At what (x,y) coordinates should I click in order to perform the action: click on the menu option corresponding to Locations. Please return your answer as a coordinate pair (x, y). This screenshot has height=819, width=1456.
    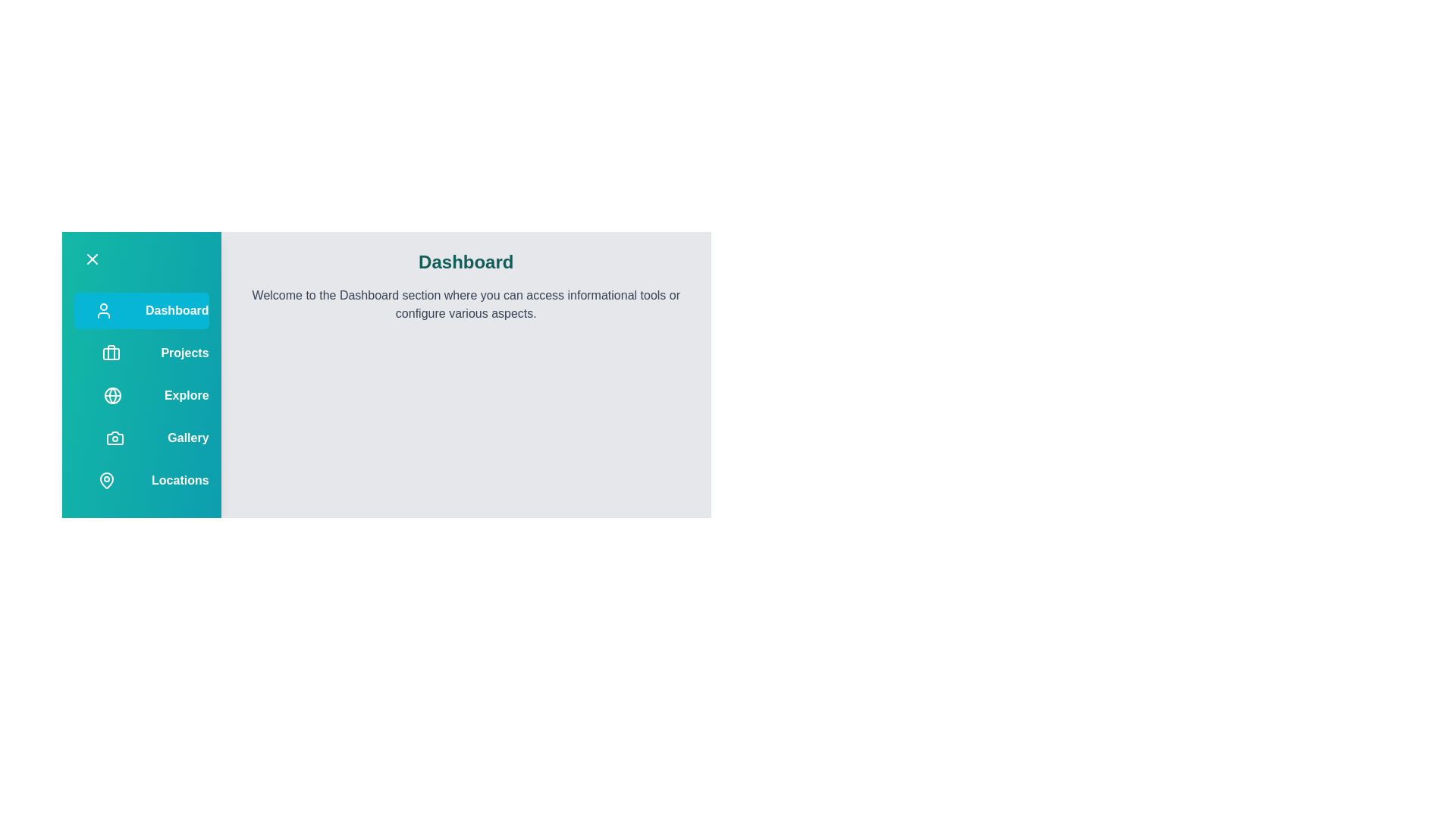
    Looking at the image, I should click on (105, 480).